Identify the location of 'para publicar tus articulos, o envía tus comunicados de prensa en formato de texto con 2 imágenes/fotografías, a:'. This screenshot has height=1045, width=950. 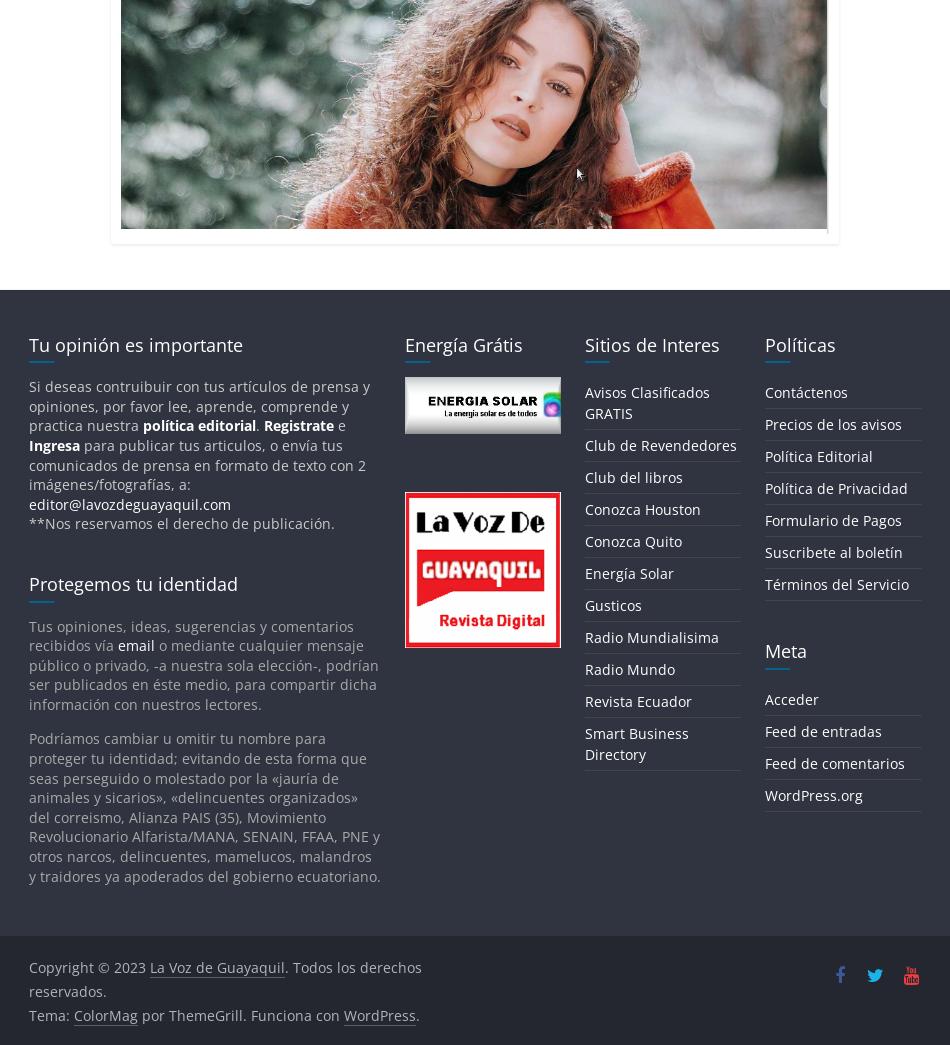
(196, 464).